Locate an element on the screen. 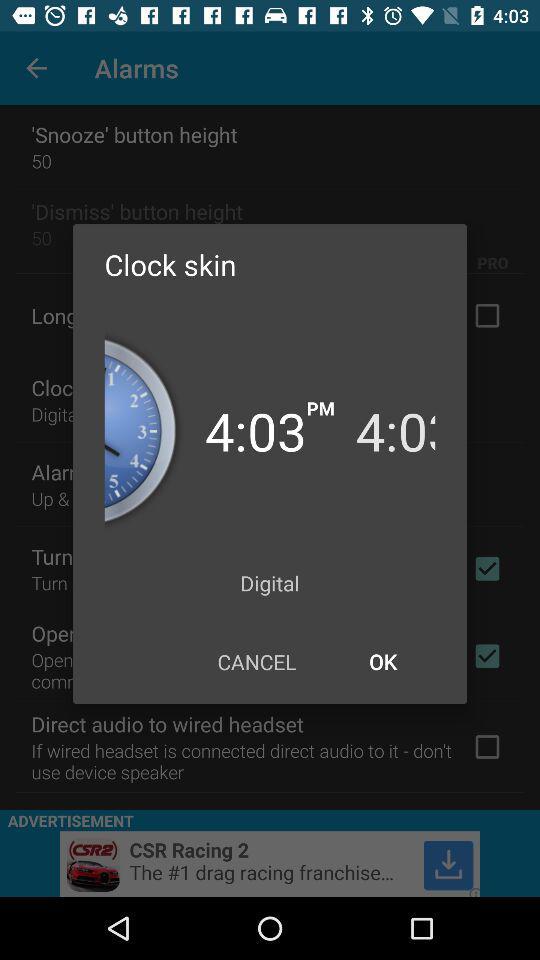 The height and width of the screenshot is (960, 540). the icon next to cancel icon is located at coordinates (382, 661).